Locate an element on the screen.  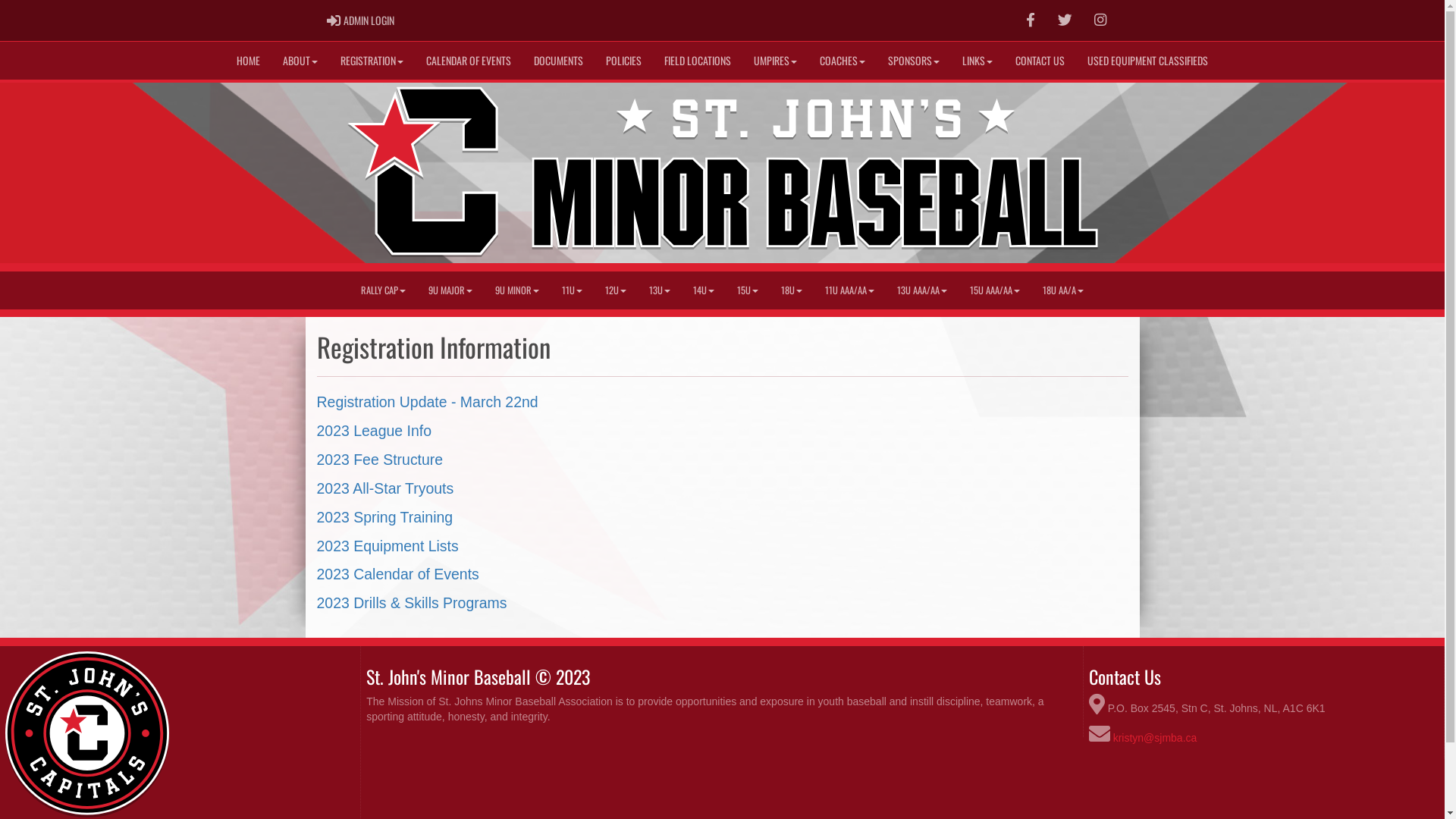
'UMPIRES' is located at coordinates (775, 60).